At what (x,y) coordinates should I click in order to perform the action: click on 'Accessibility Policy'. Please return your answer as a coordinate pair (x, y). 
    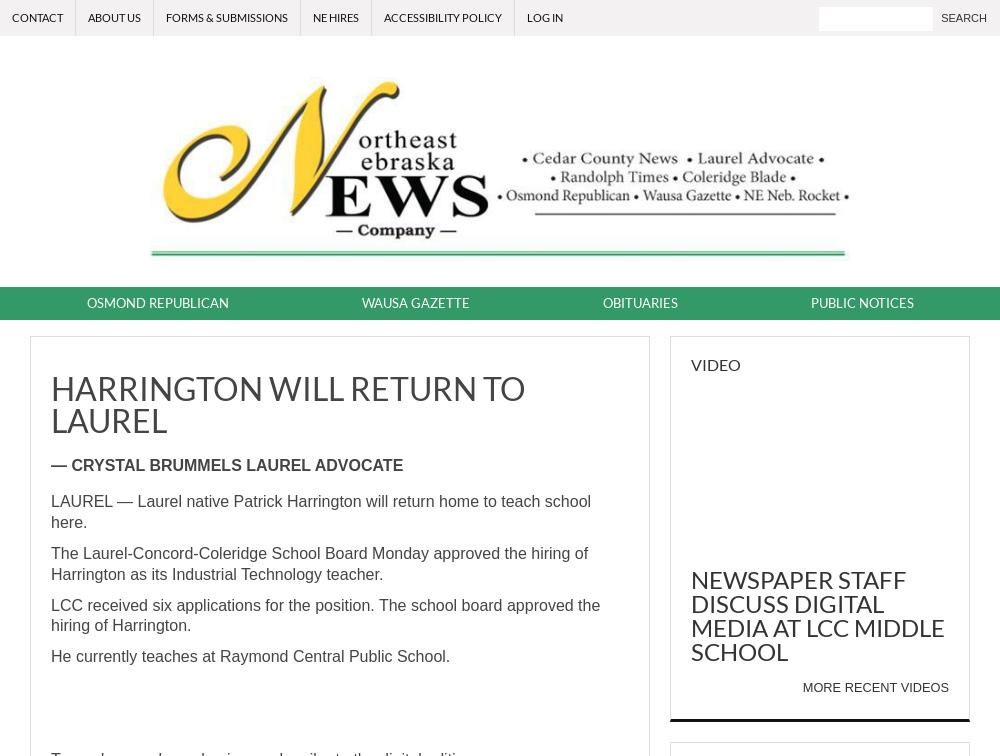
    Looking at the image, I should click on (442, 17).